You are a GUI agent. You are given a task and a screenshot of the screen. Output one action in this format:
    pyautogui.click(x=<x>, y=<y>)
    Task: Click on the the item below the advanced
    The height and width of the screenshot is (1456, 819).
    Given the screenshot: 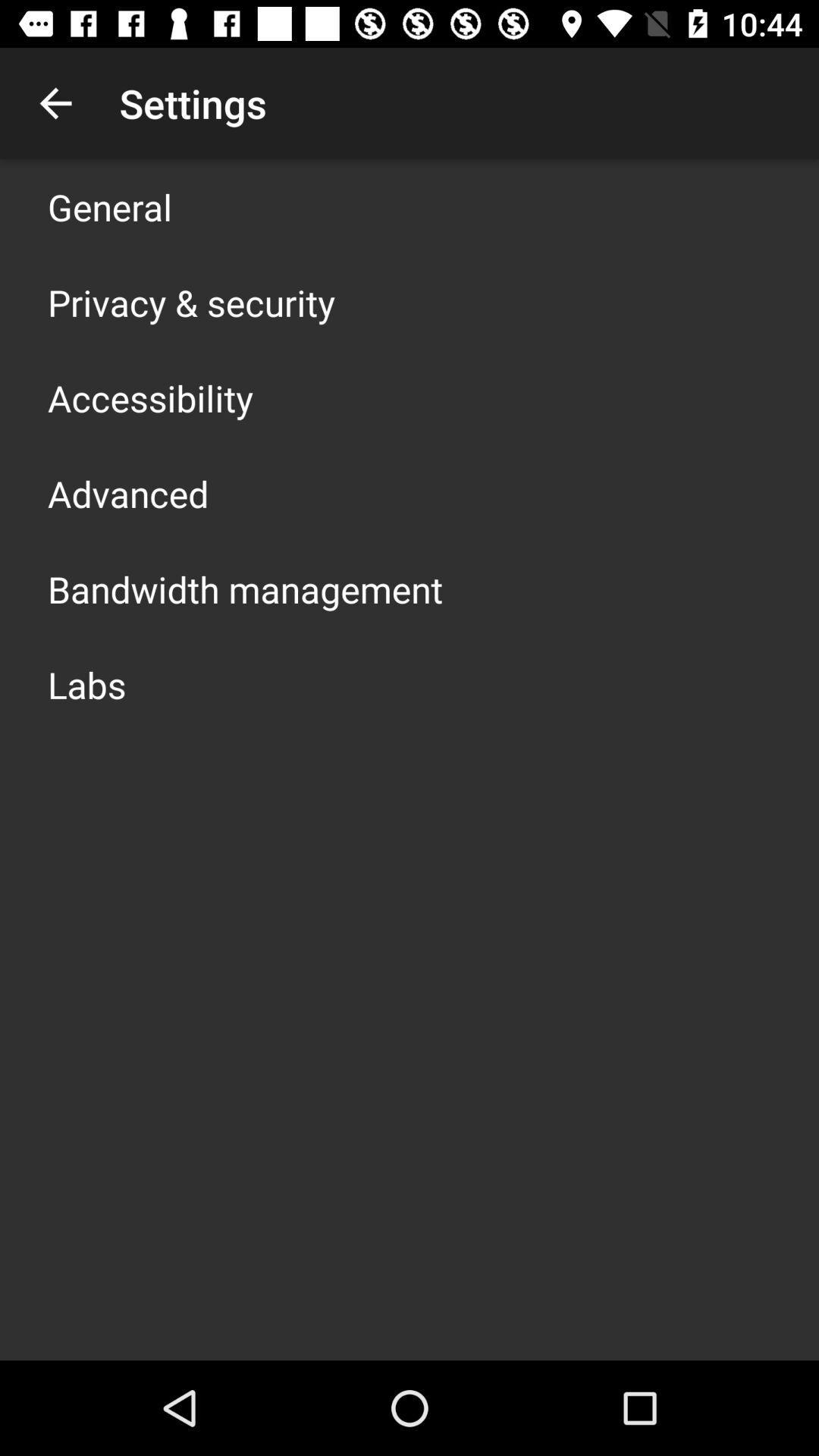 What is the action you would take?
    pyautogui.click(x=244, y=588)
    